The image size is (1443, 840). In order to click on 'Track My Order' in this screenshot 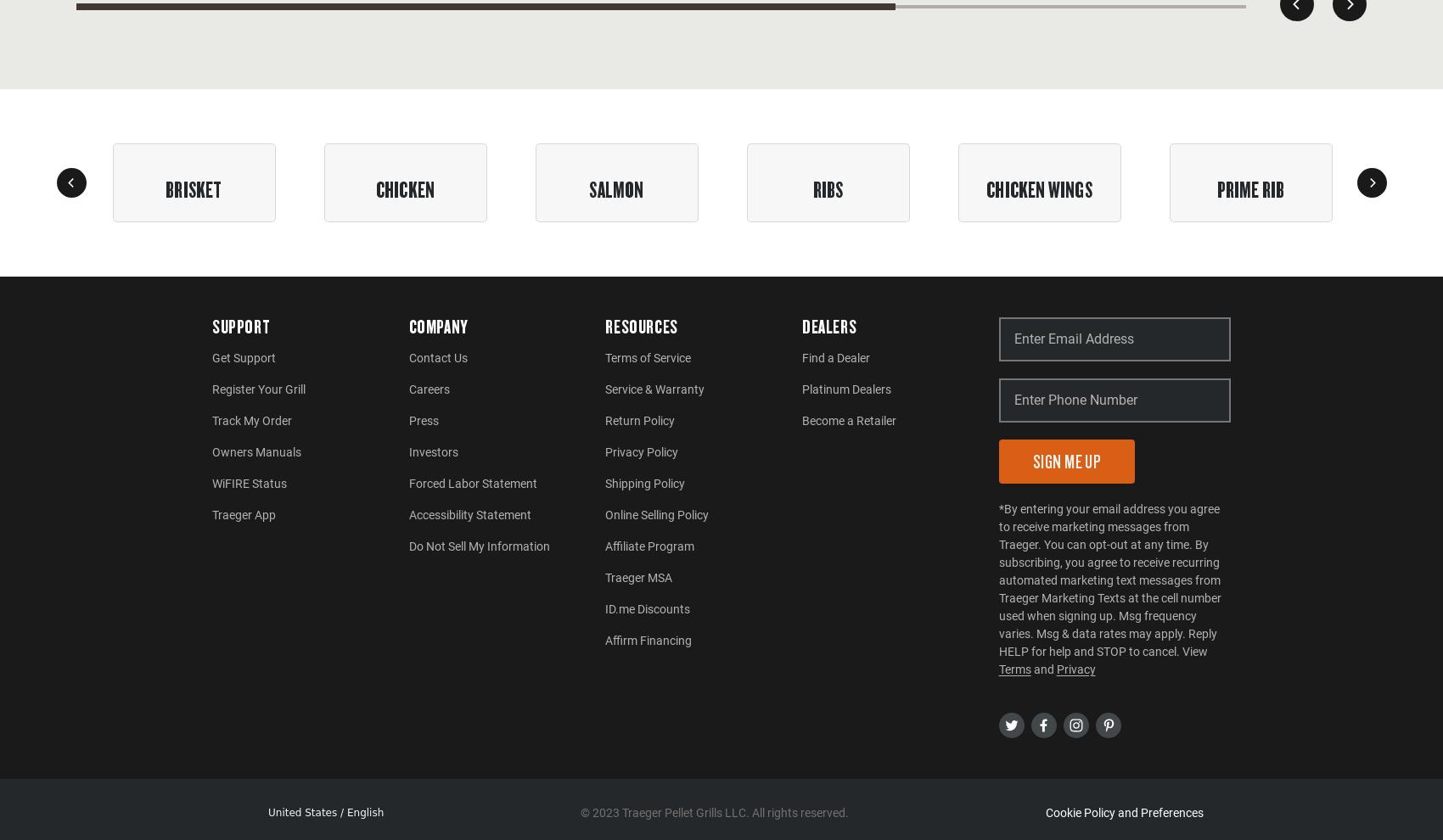, I will do `click(212, 420)`.